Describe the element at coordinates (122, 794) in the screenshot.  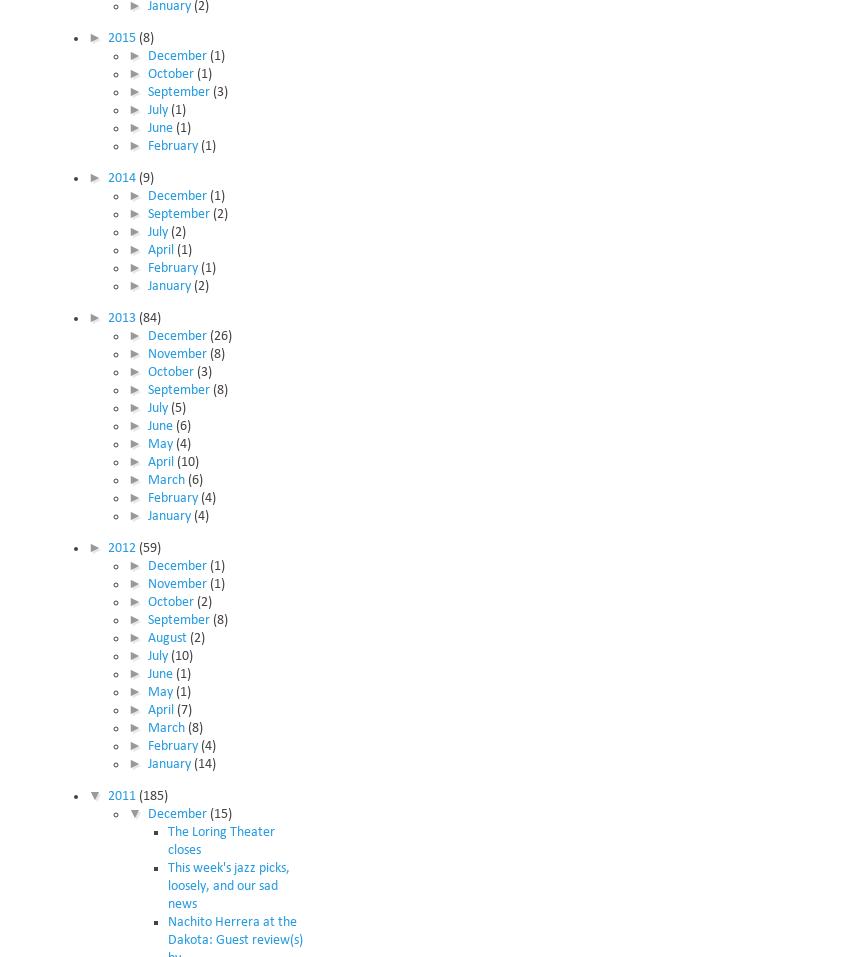
I see `'2011'` at that location.